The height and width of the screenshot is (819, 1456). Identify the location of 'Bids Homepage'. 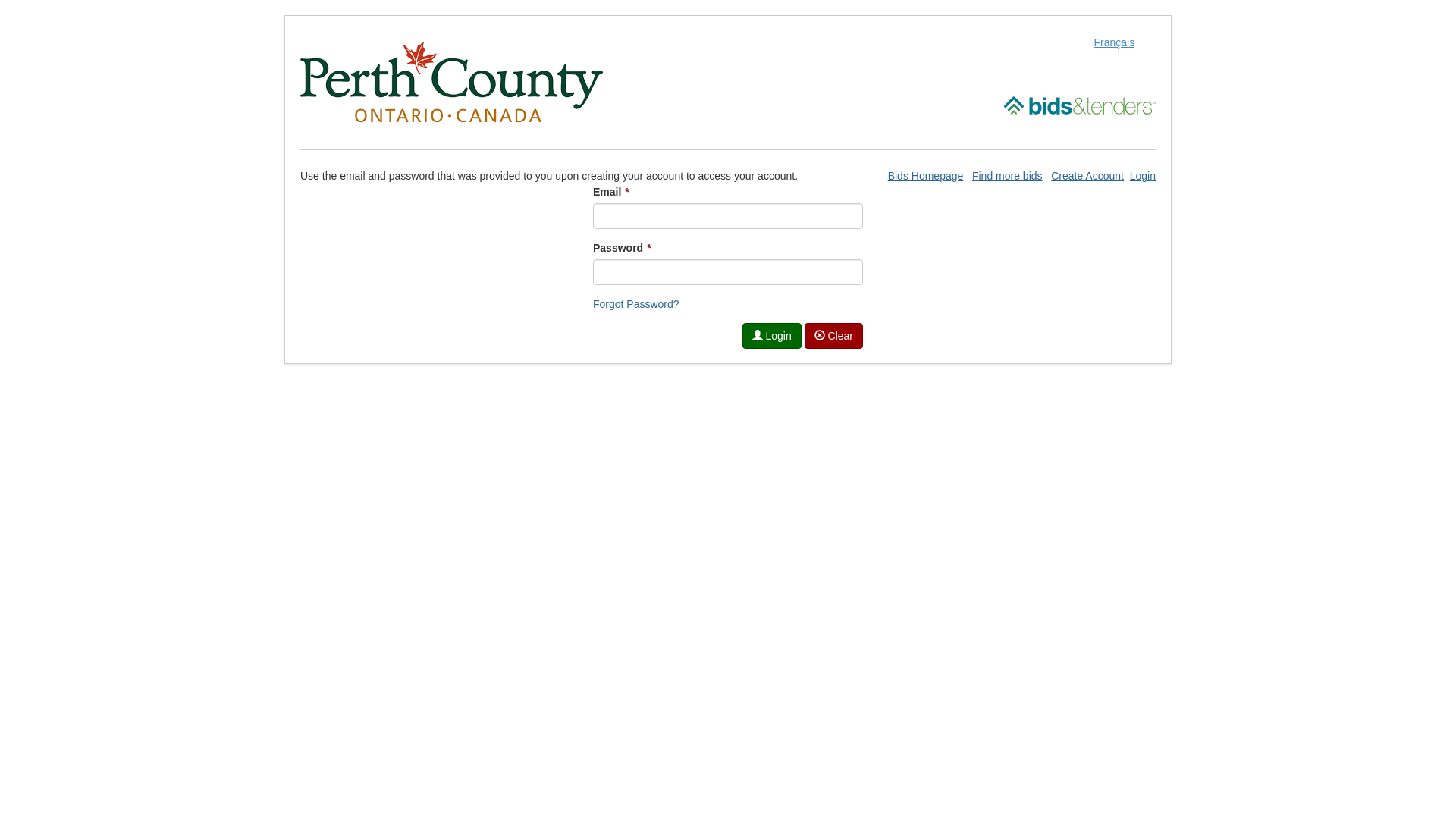
(924, 174).